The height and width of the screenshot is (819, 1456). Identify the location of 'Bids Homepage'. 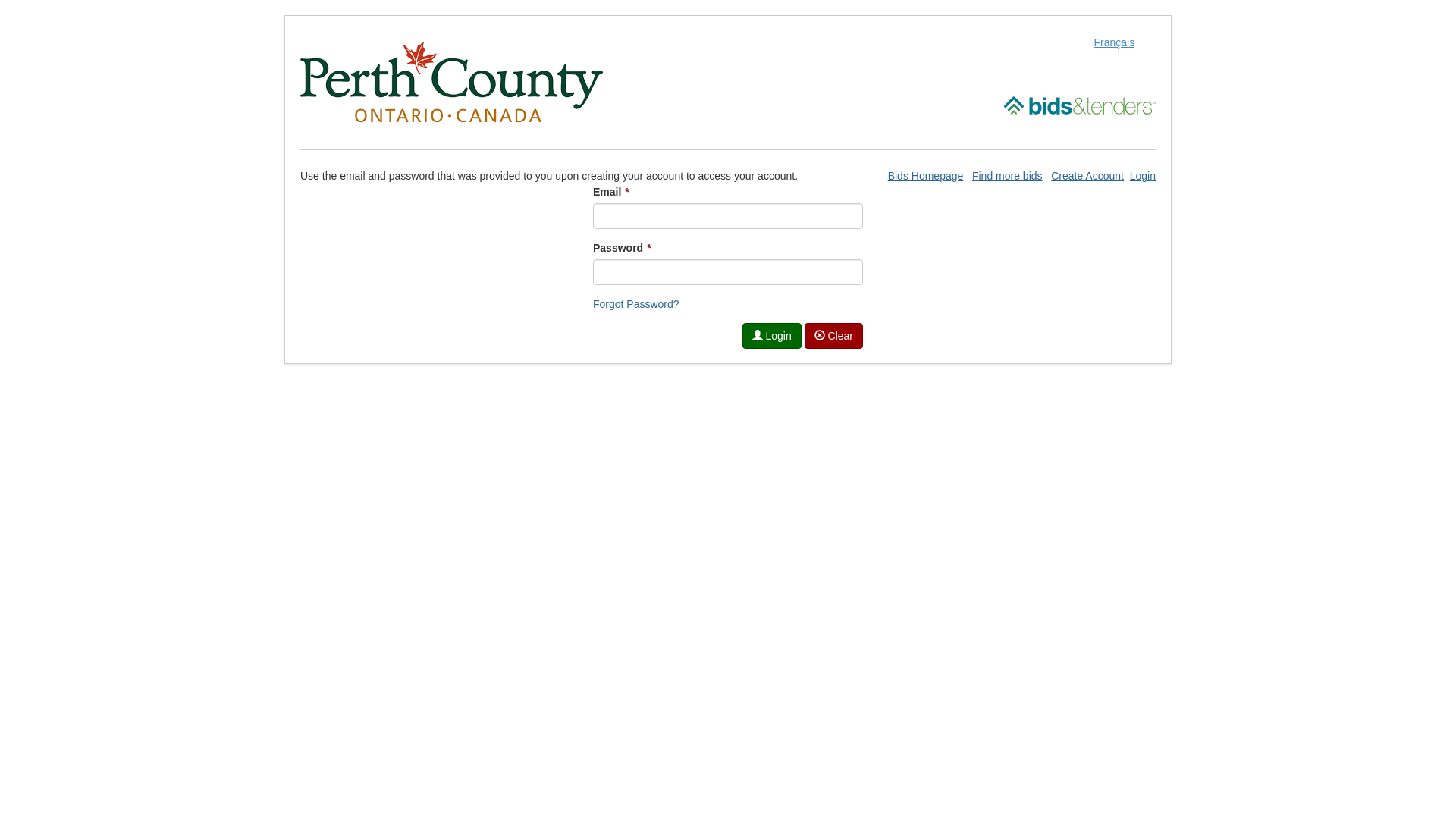
(924, 174).